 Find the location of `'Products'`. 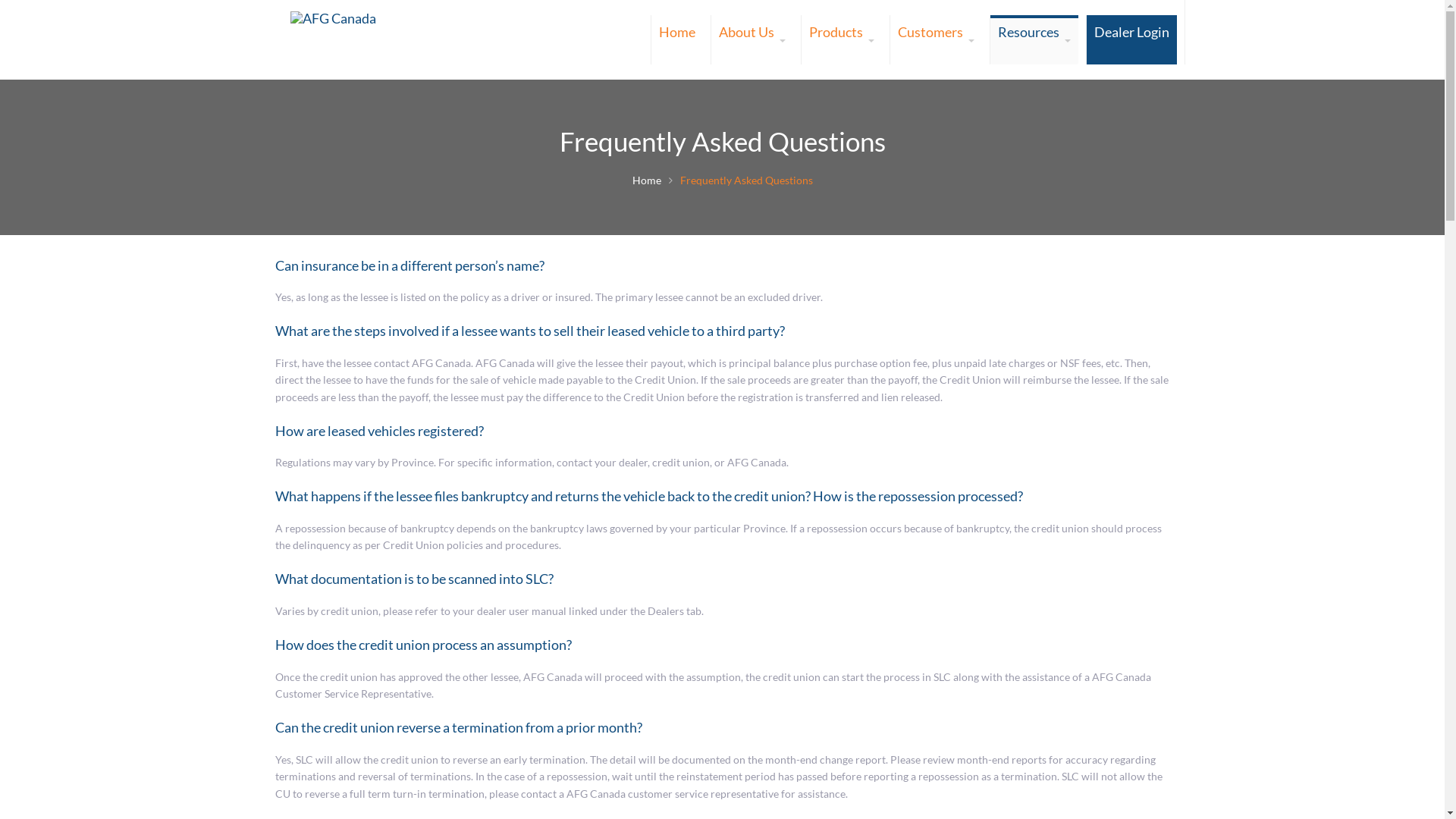

'Products' is located at coordinates (839, 39).